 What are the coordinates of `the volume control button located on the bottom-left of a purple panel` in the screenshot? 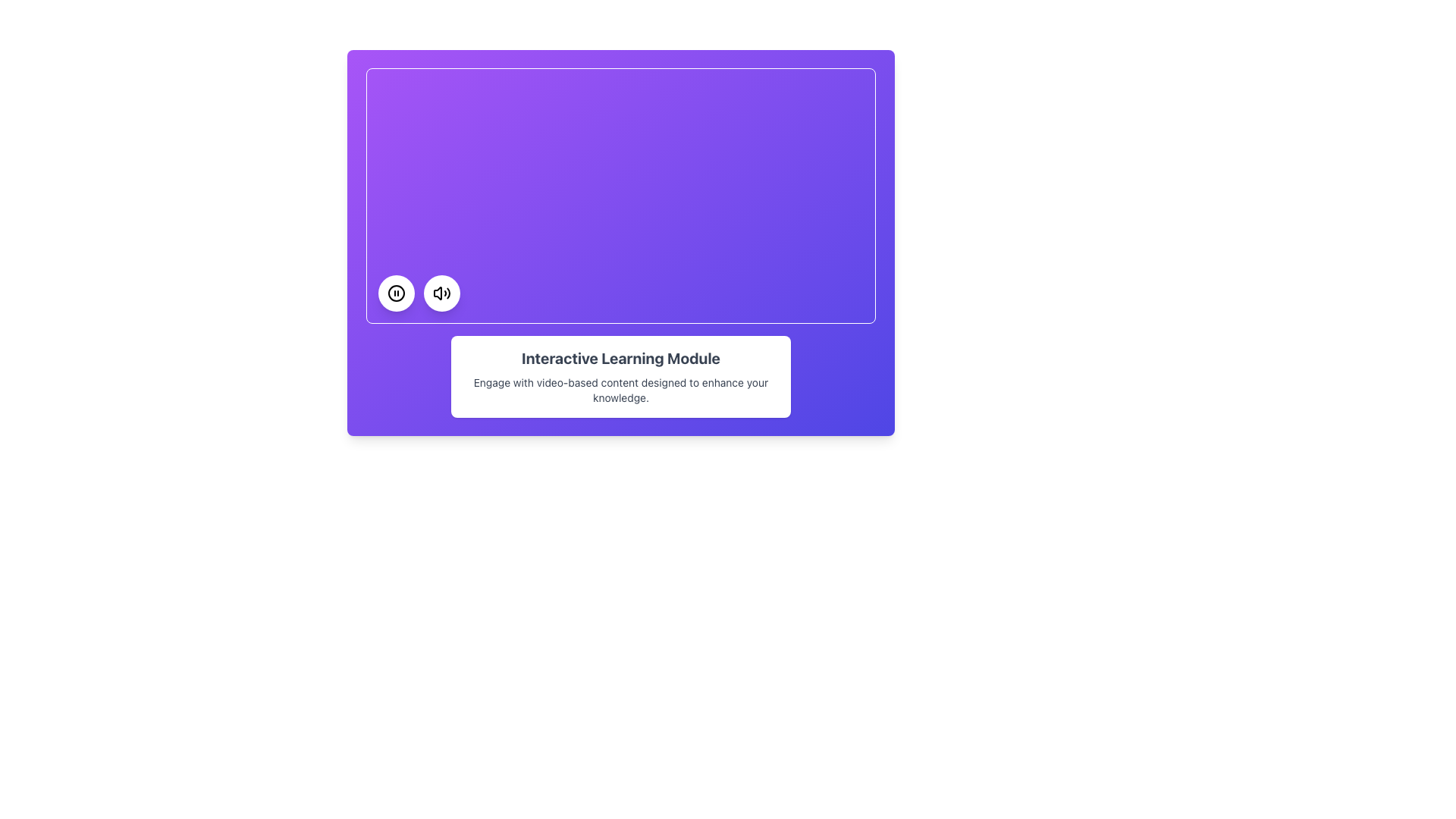 It's located at (441, 293).